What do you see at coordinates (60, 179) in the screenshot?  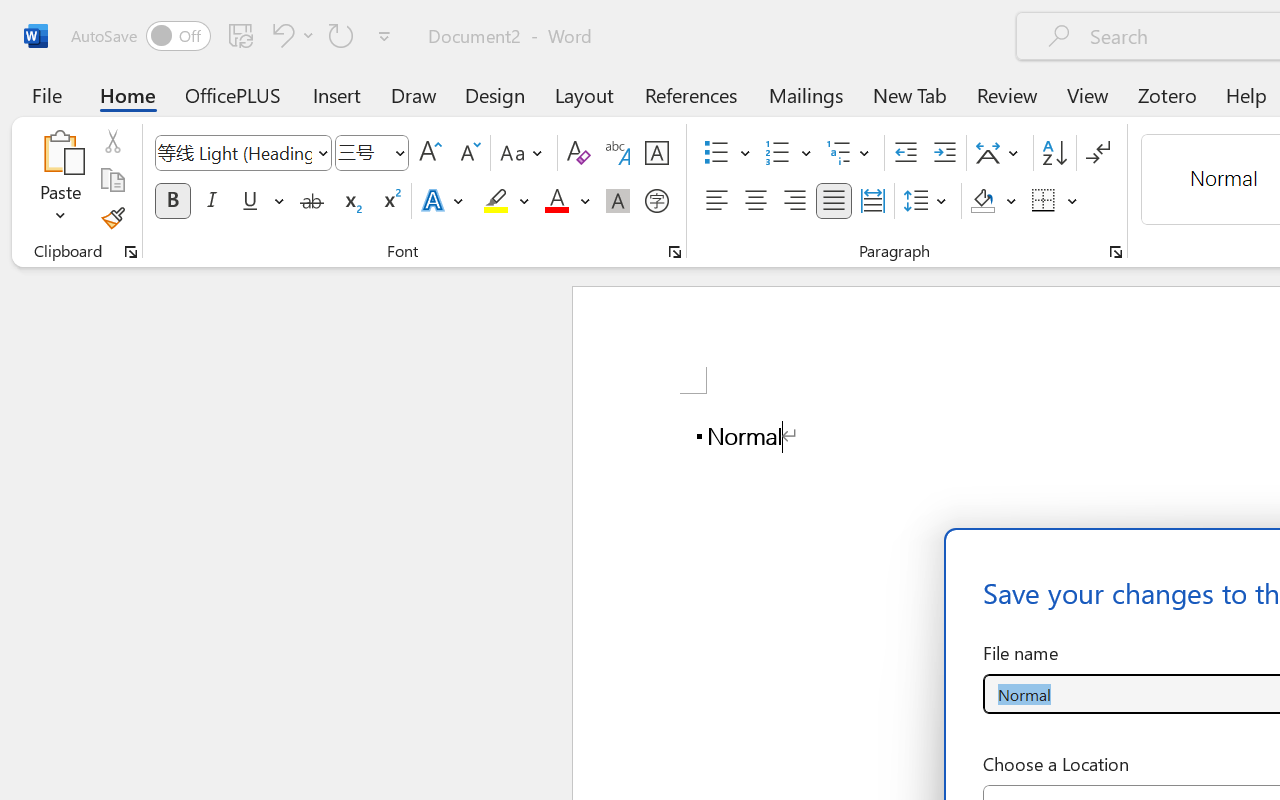 I see `'Paste'` at bounding box center [60, 179].